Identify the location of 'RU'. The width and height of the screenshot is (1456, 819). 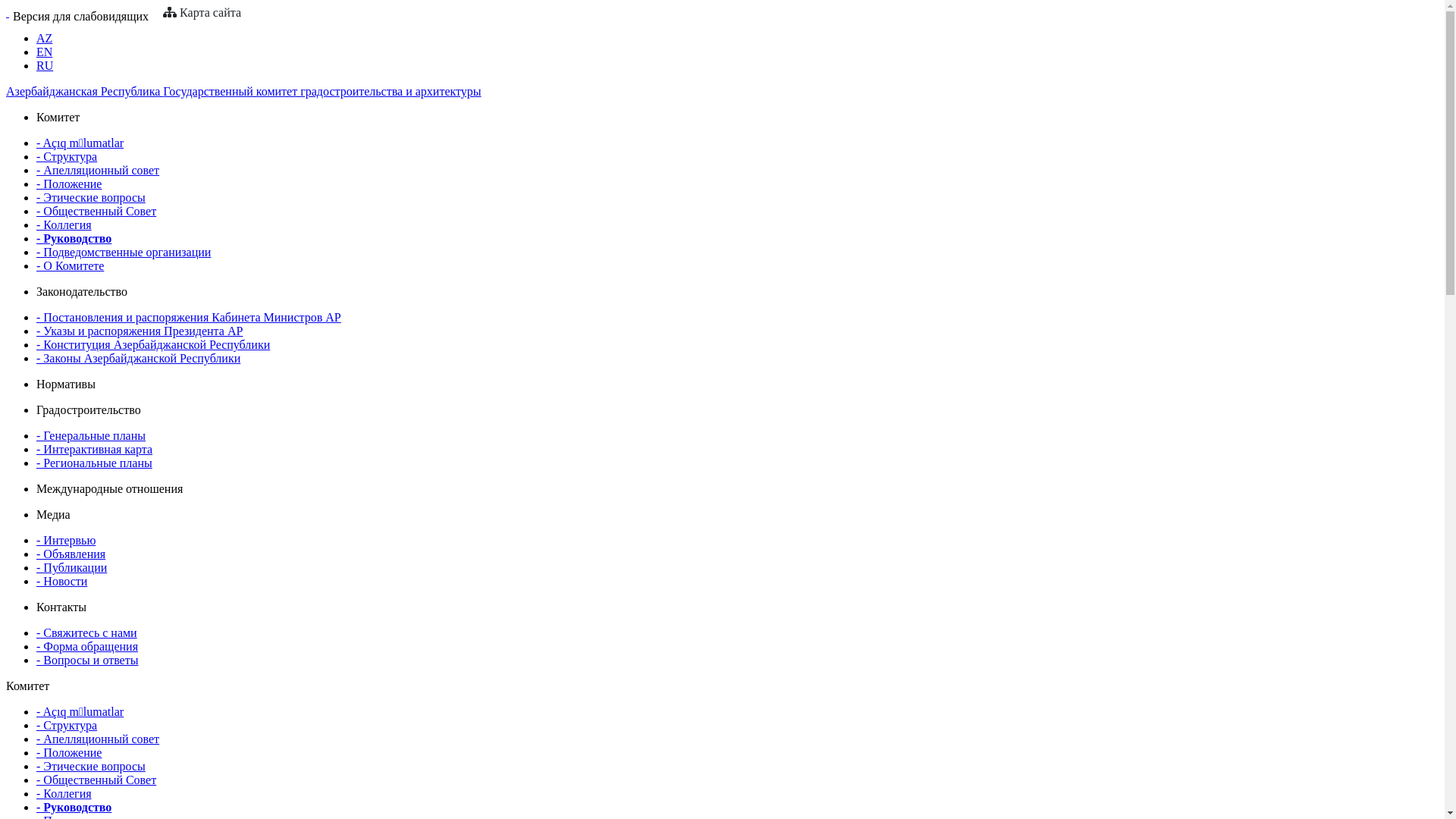
(36, 64).